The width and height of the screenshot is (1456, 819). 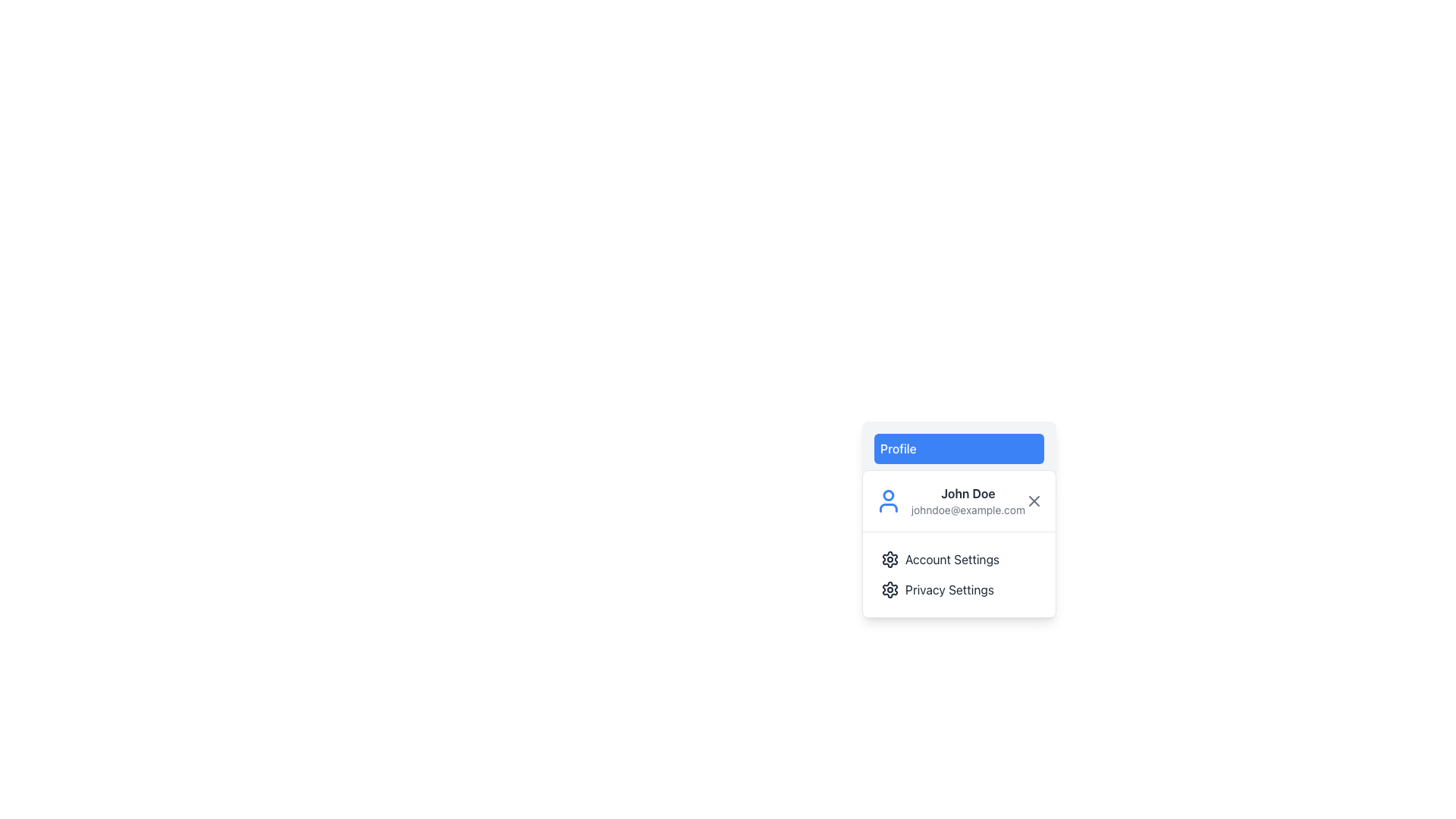 I want to click on the blue 'Profile' button located at the top of the modal interface, so click(x=959, y=447).